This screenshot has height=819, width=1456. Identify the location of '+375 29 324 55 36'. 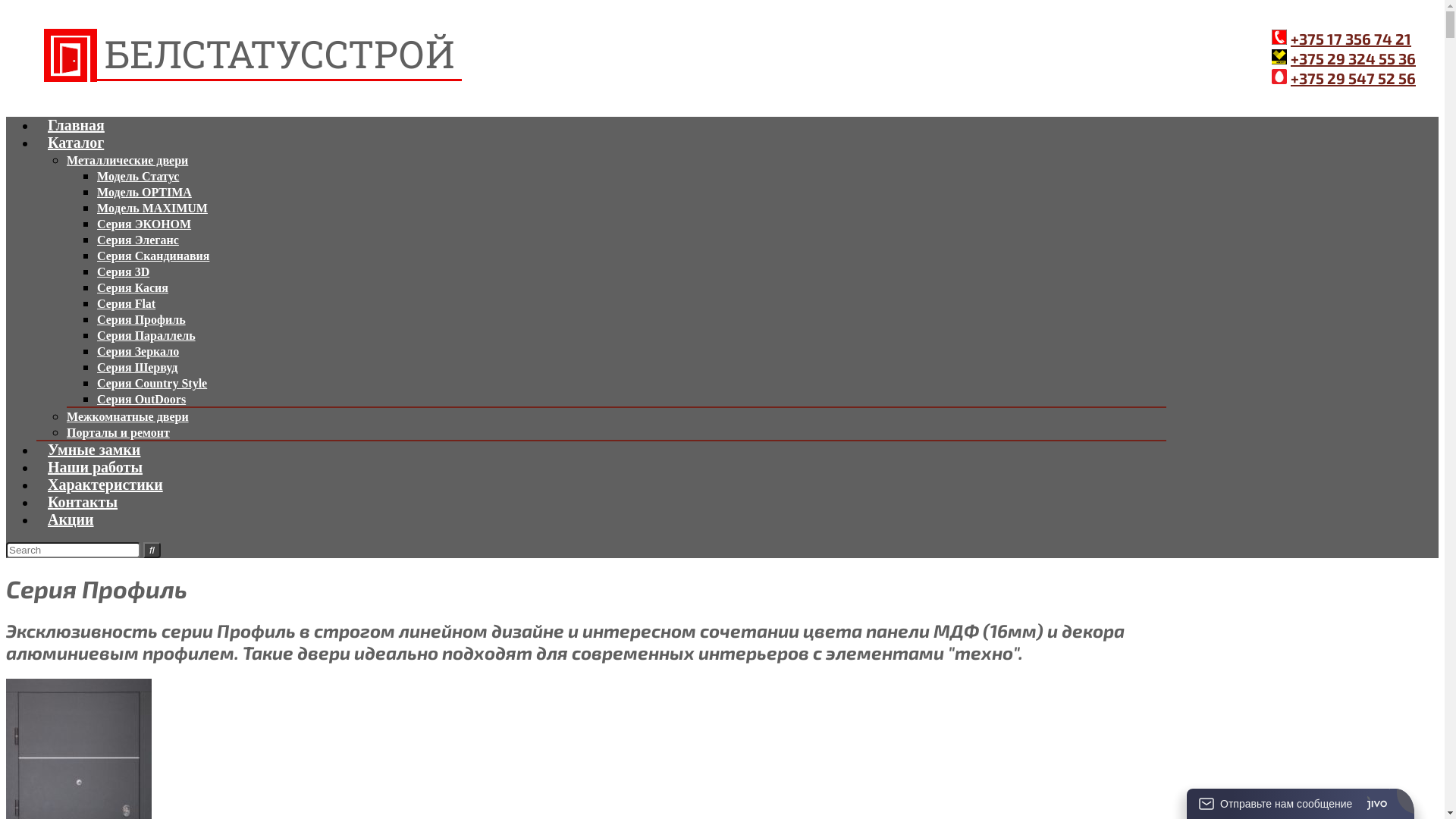
(1353, 58).